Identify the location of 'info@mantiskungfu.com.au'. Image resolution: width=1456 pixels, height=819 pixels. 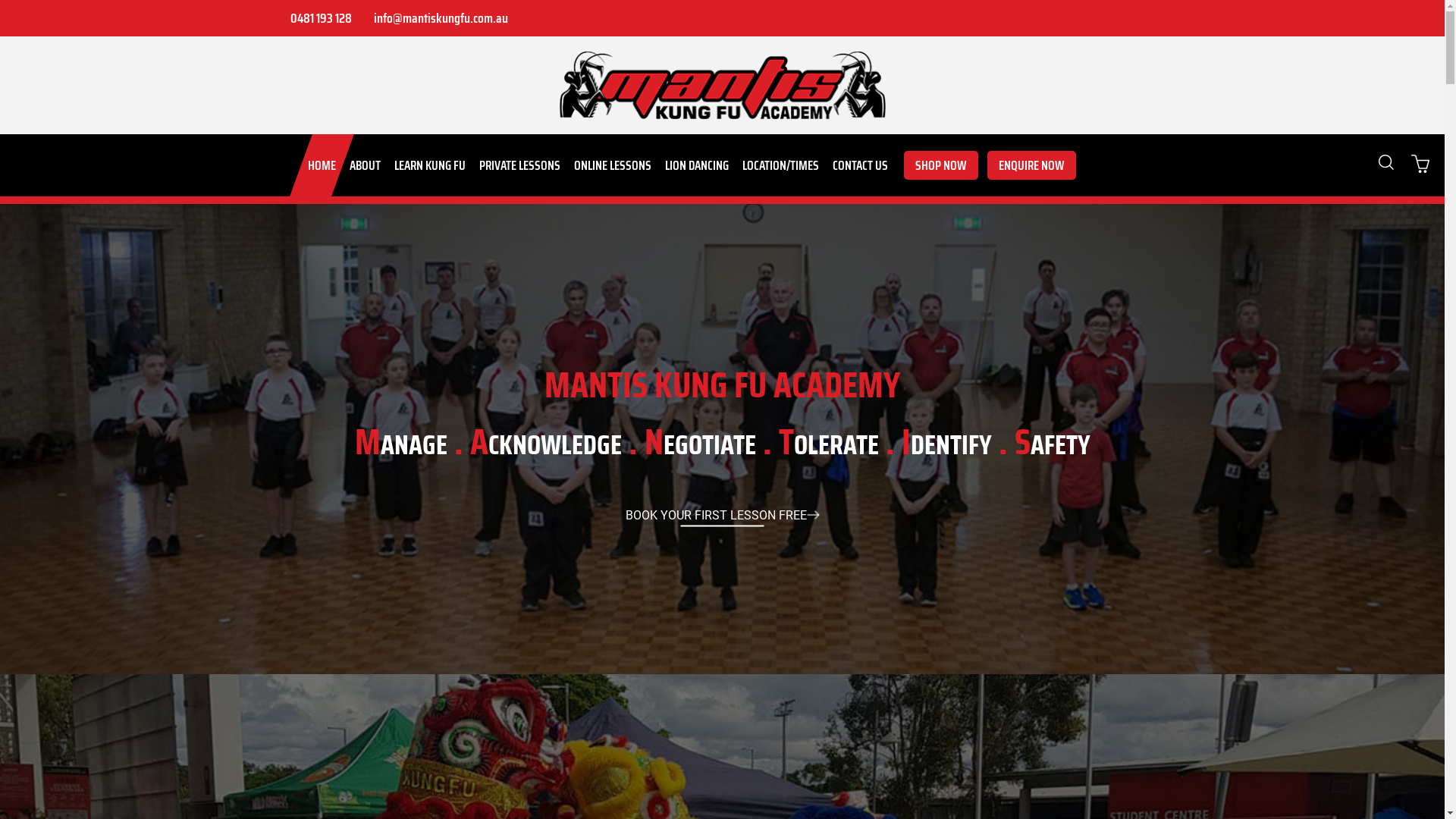
(438, 17).